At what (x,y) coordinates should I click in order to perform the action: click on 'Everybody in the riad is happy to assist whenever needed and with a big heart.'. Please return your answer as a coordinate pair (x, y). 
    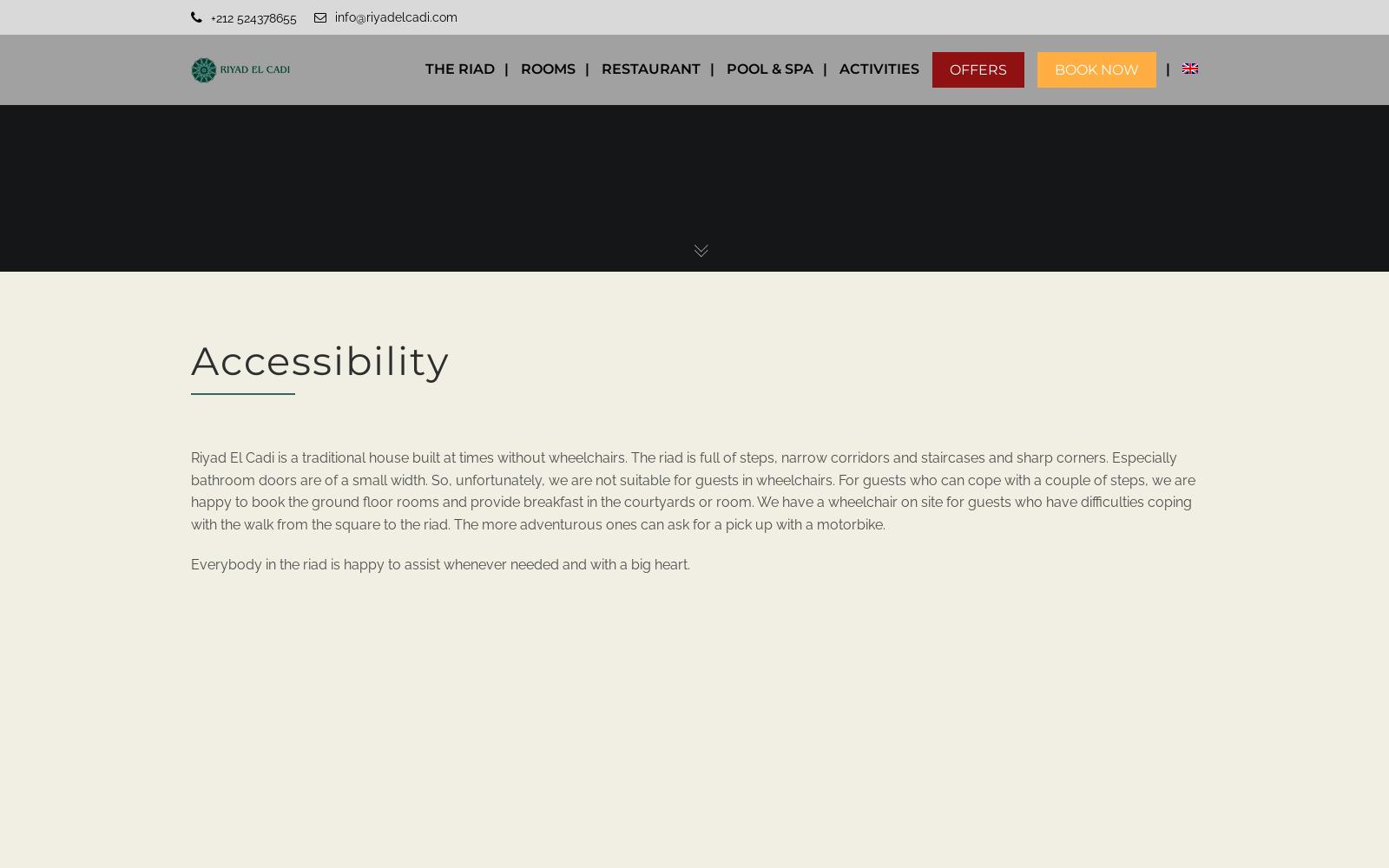
    Looking at the image, I should click on (439, 563).